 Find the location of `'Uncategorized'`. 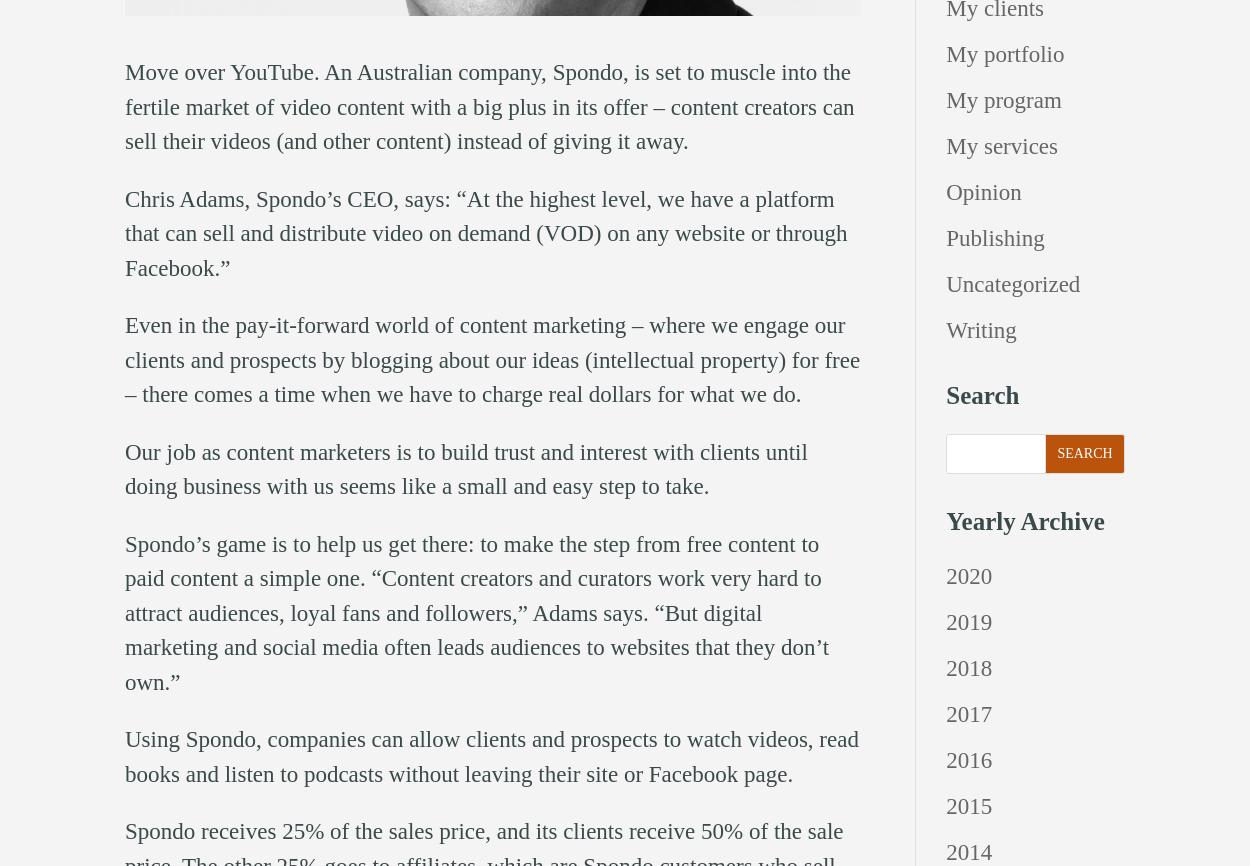

'Uncategorized' is located at coordinates (1013, 282).